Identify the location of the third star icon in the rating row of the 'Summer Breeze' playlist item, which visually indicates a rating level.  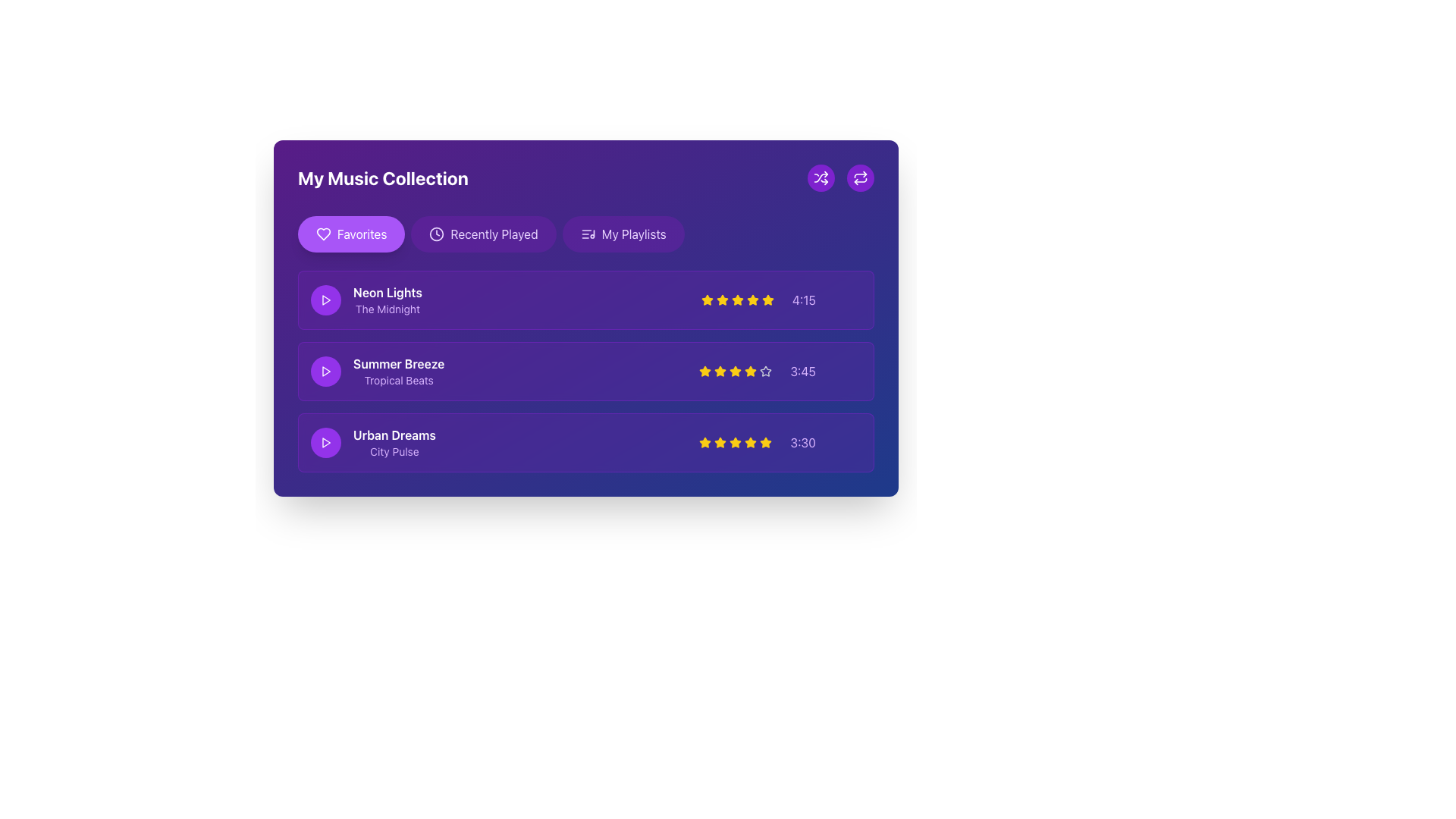
(720, 371).